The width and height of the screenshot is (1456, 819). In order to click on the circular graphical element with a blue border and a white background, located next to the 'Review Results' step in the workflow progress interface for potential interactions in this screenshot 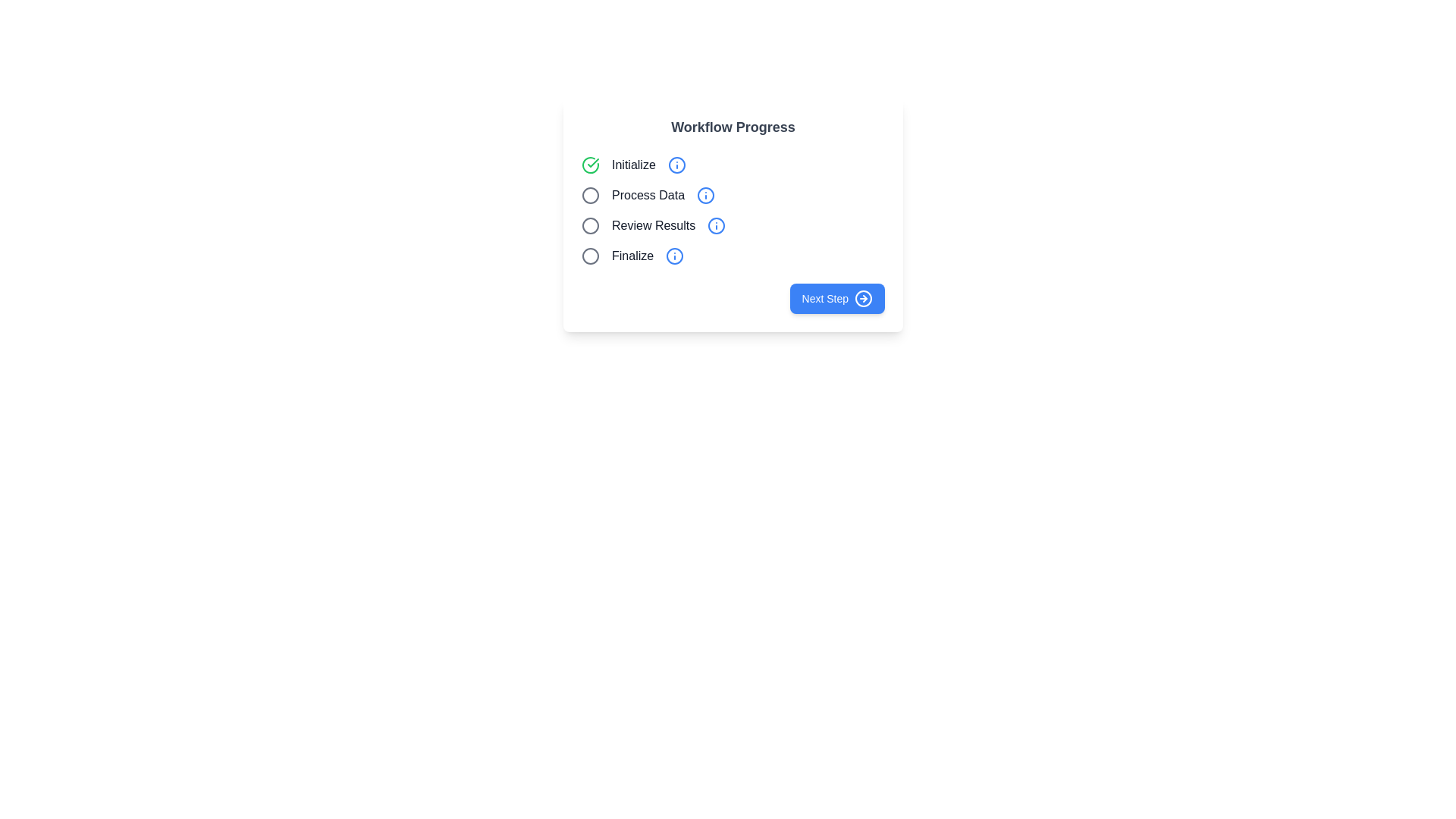, I will do `click(716, 225)`.